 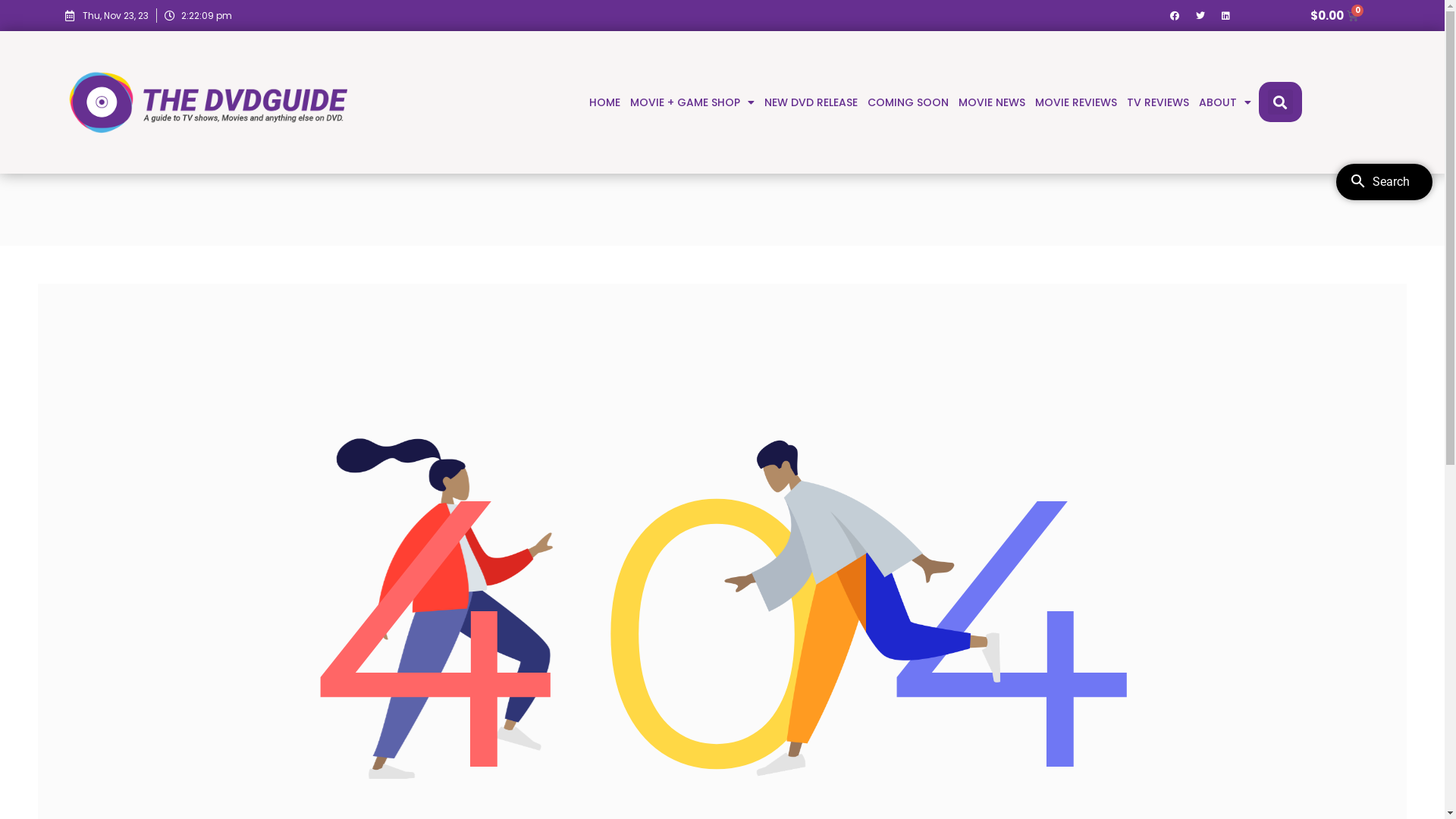 What do you see at coordinates (1225, 102) in the screenshot?
I see `'ABOUT'` at bounding box center [1225, 102].